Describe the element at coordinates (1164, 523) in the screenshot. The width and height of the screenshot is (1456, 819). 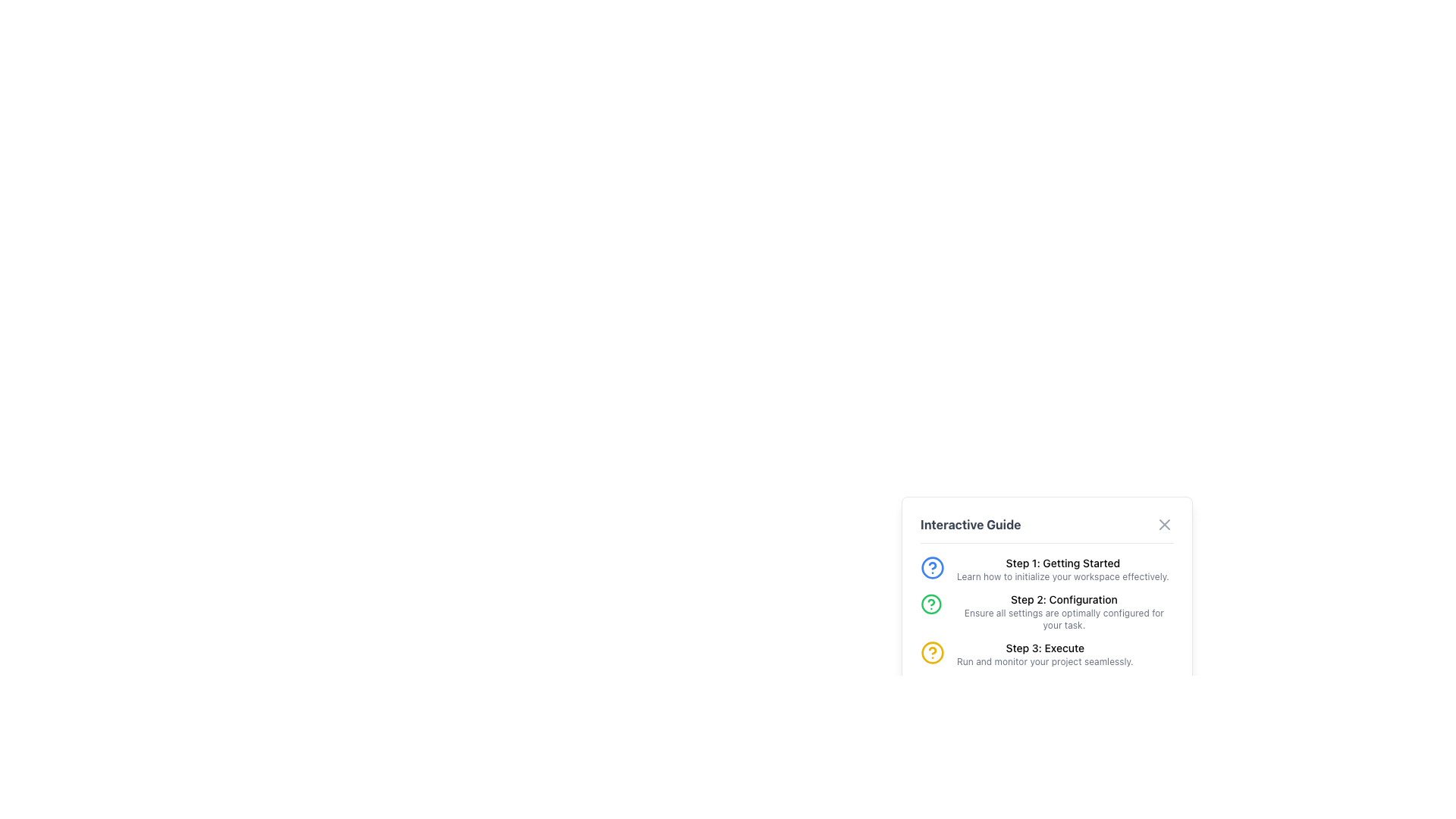
I see `the Close icon (an 'X' shape) within the SVG image component` at that location.